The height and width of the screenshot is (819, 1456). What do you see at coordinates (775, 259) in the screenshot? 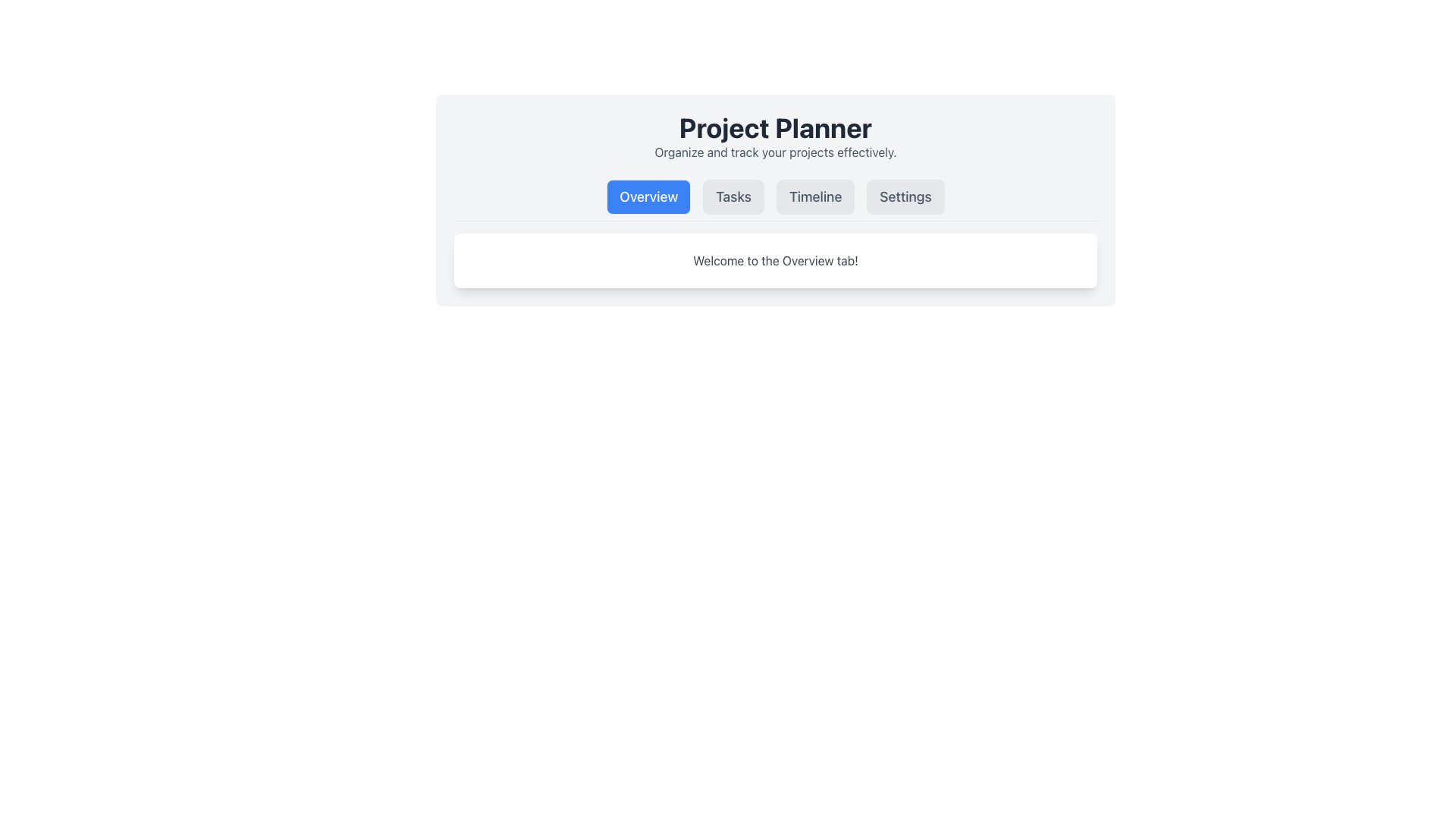
I see `message displayed in the static text label that shows 'Welcome to the Overview tab!' located below the navigation bar` at bounding box center [775, 259].